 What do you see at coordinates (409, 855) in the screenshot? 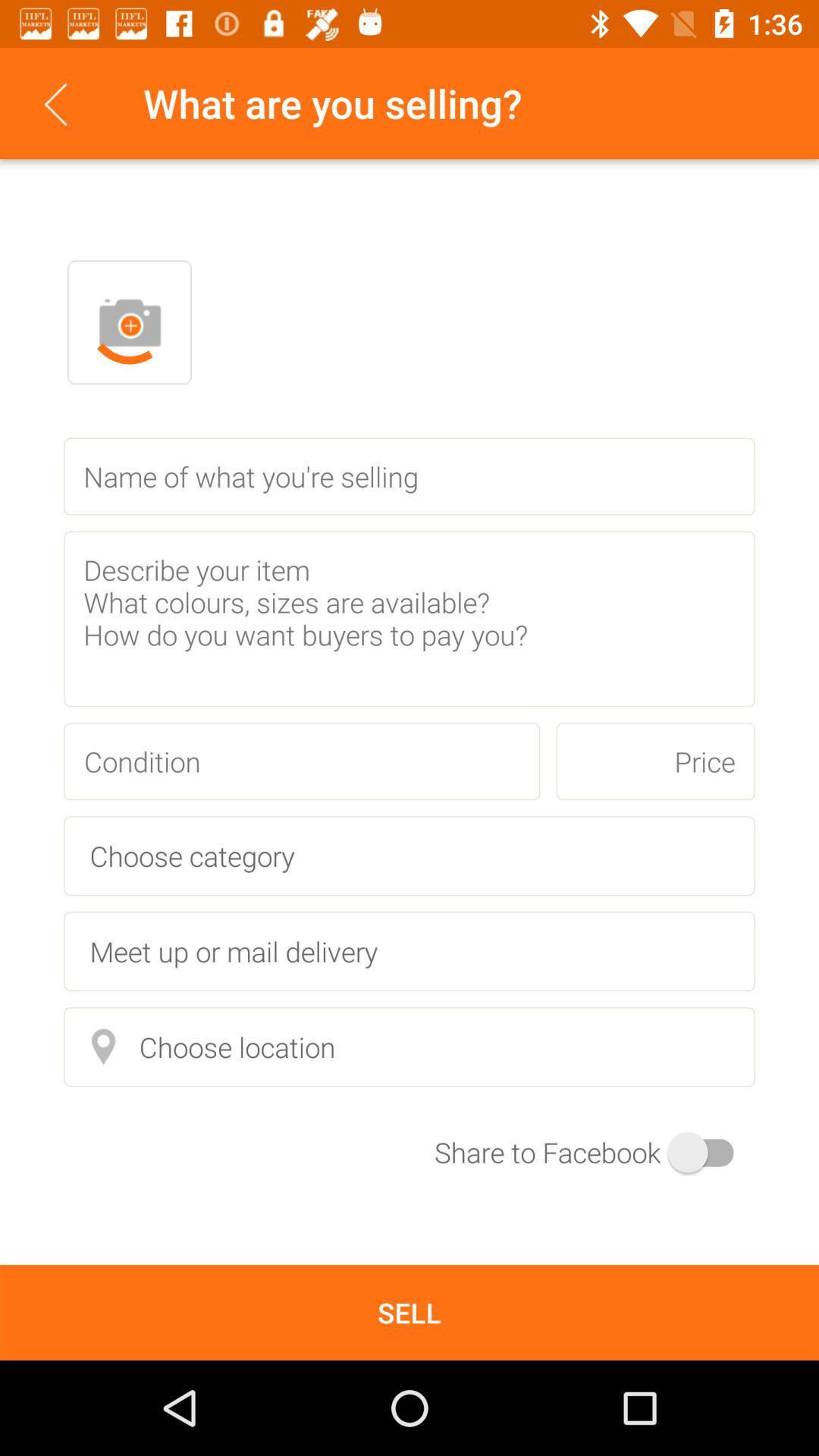
I see `icon above the meet up or` at bounding box center [409, 855].